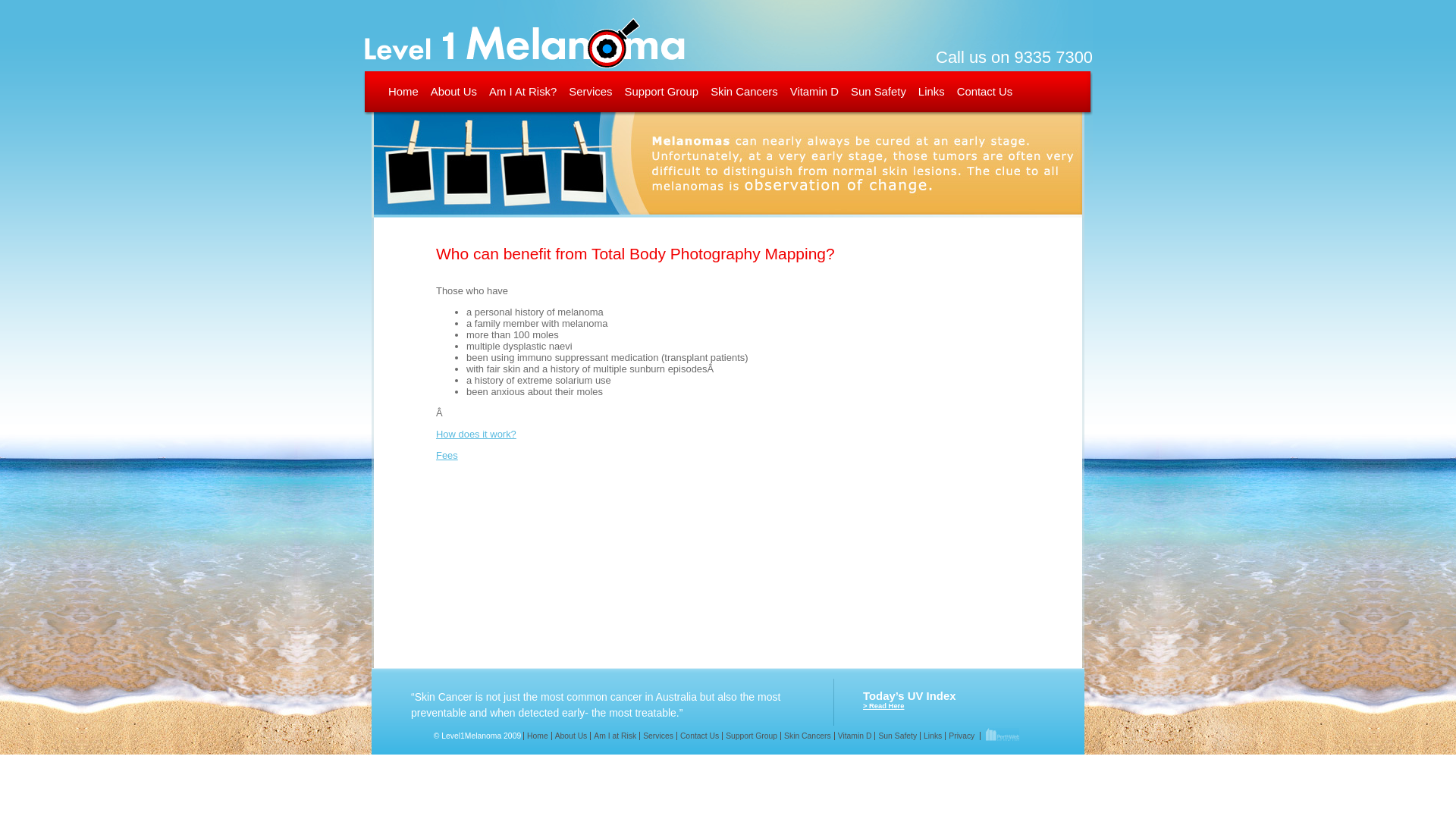  What do you see at coordinates (883, 705) in the screenshot?
I see `'> Read Here'` at bounding box center [883, 705].